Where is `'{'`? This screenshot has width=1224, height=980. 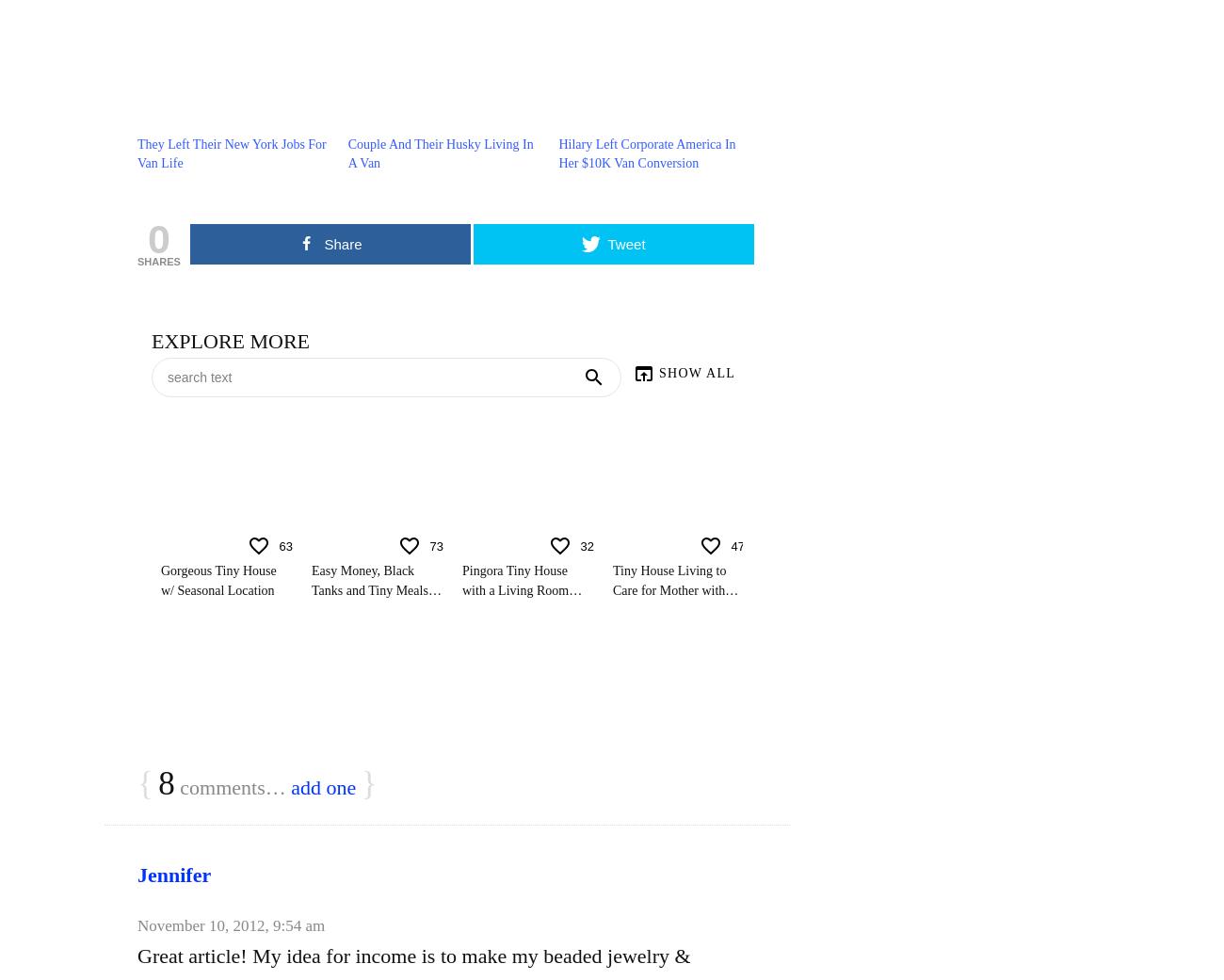 '{' is located at coordinates (144, 783).